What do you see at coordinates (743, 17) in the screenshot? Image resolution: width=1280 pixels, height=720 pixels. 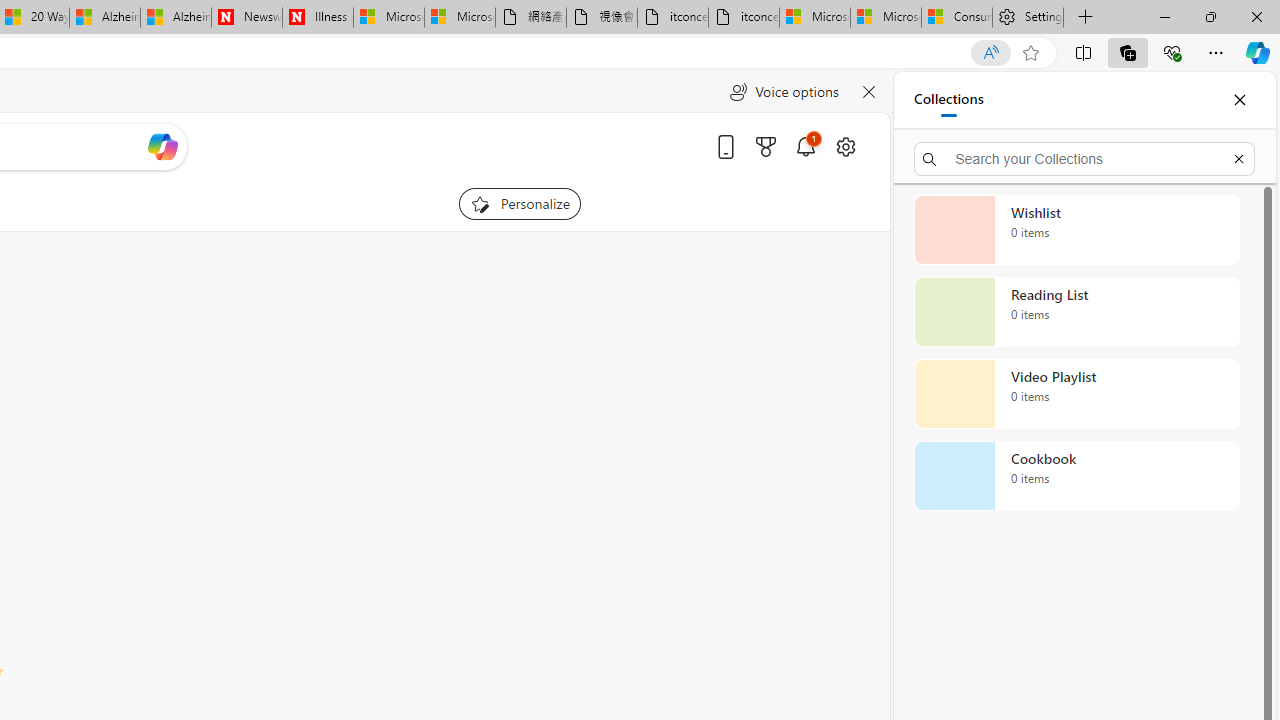 I see `'itconcepthk.com/projector_solutions.mp4'` at bounding box center [743, 17].